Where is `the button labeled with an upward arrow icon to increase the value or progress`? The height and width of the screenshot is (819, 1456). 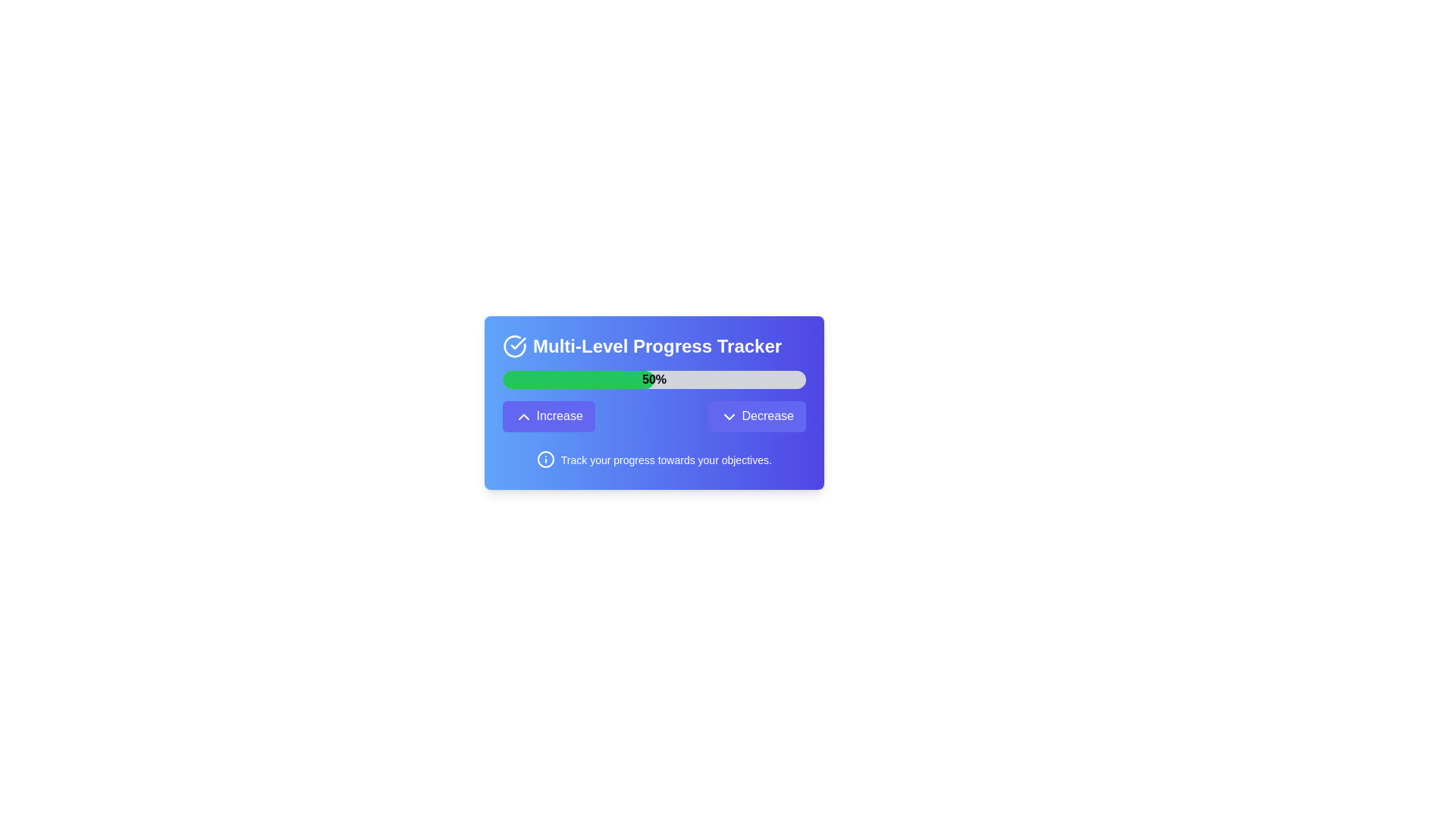
the button labeled with an upward arrow icon to increase the value or progress is located at coordinates (548, 416).